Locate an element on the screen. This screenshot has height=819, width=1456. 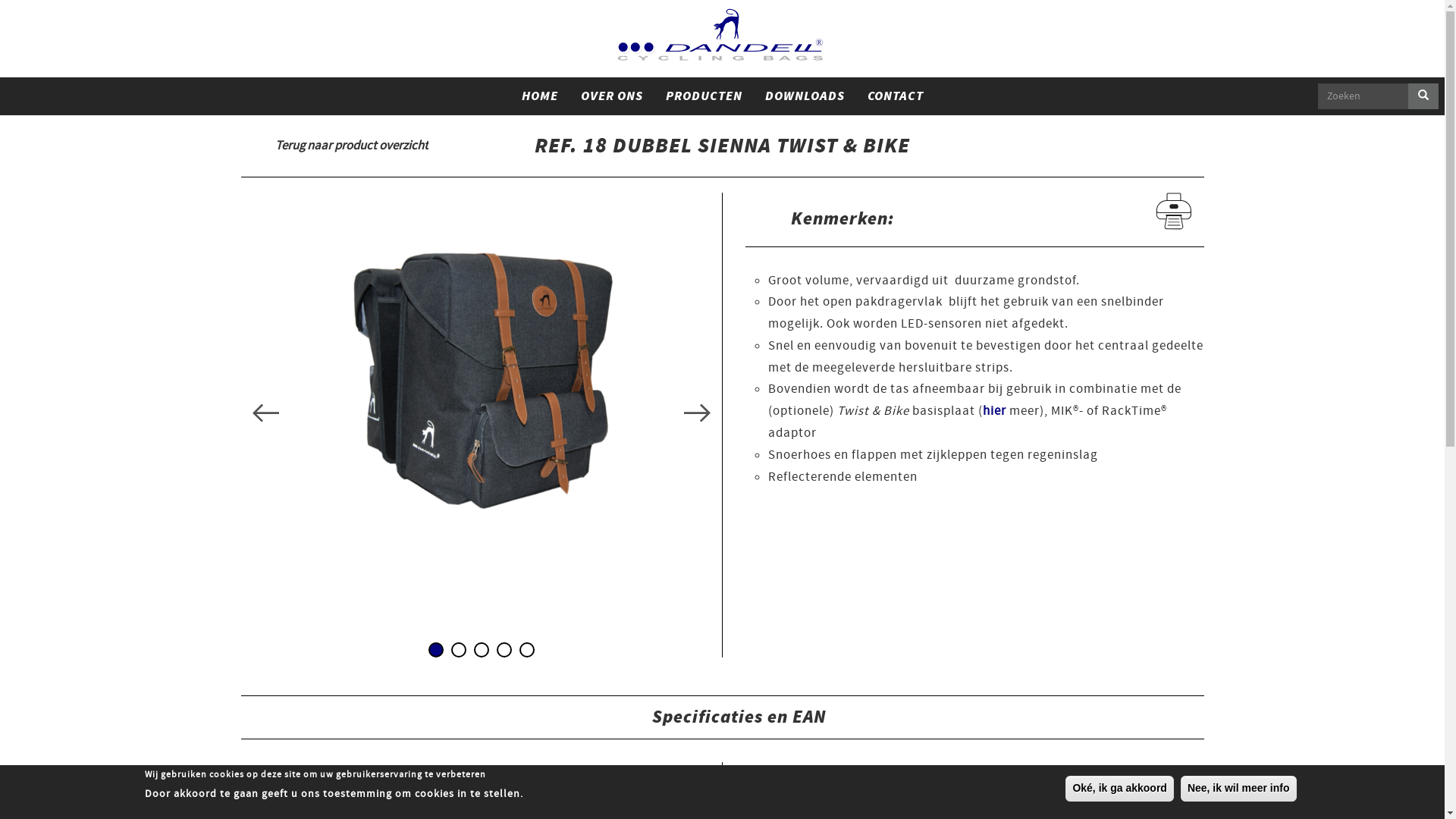
'1' is located at coordinates (435, 648).